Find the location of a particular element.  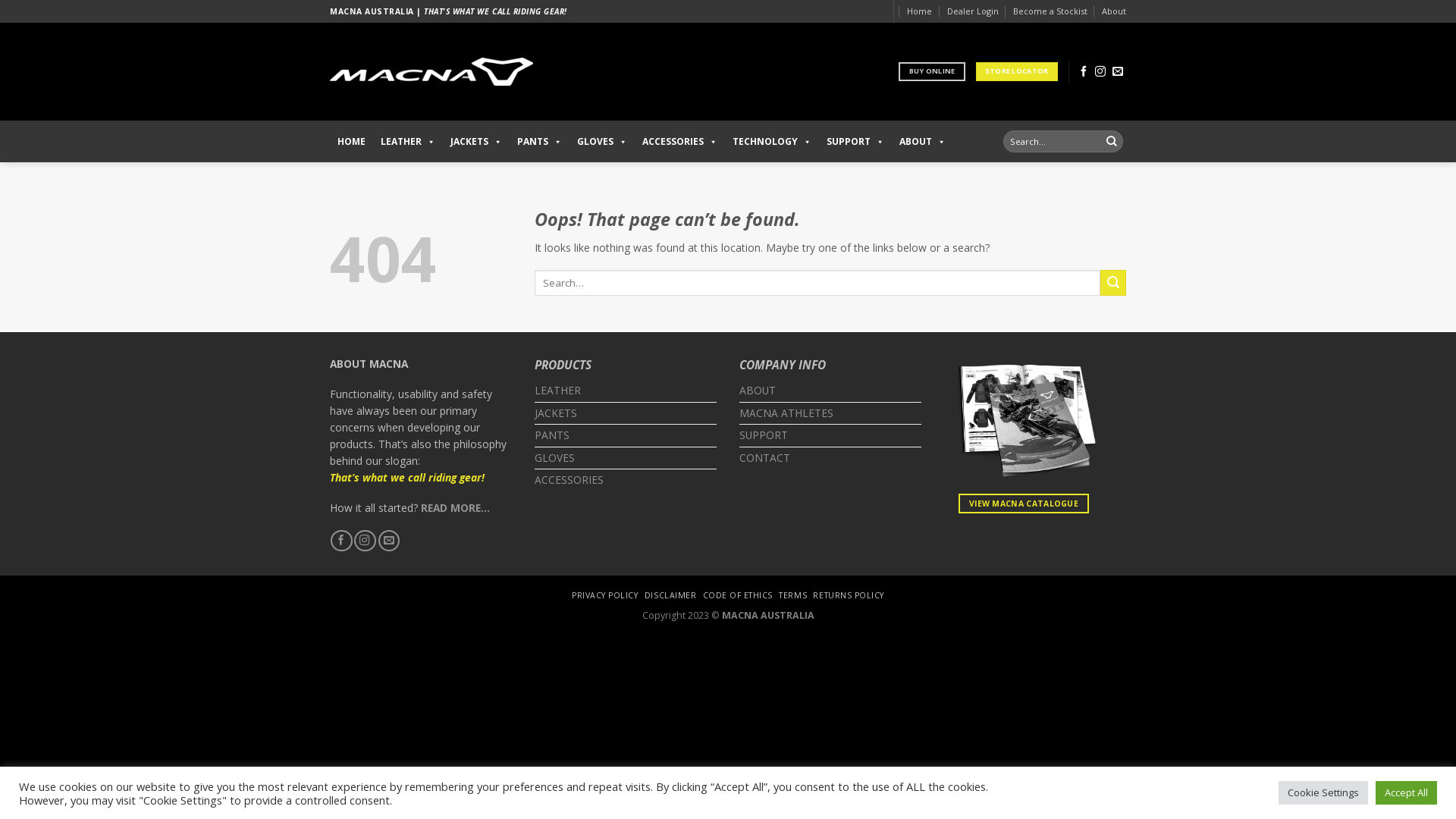

'ACCESSORIES' is located at coordinates (568, 480).